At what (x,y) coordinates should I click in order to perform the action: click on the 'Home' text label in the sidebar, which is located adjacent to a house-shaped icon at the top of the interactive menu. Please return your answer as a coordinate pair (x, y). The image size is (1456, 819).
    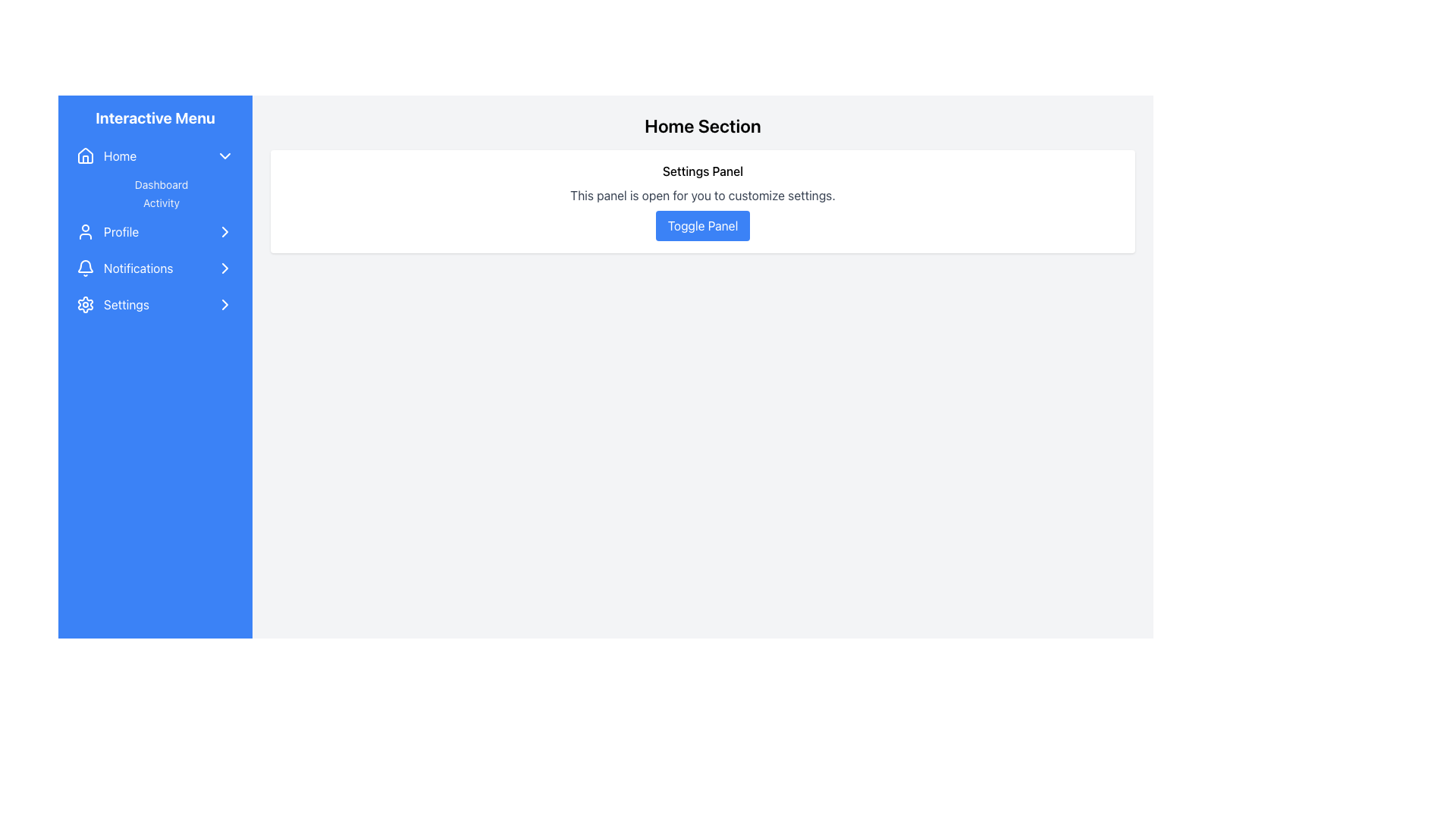
    Looking at the image, I should click on (119, 155).